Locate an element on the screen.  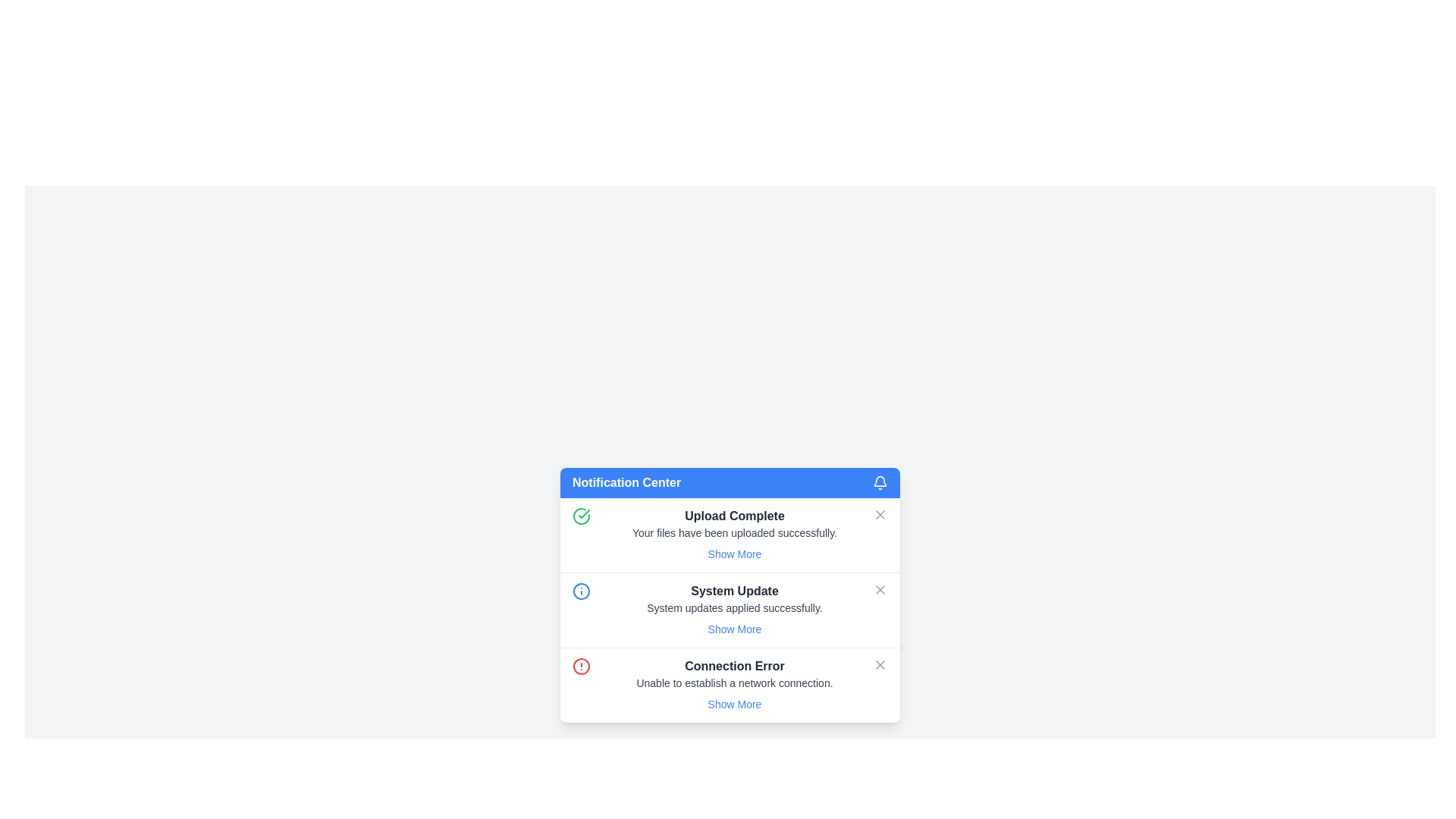
the dismiss button located at the top-right corner of the 'System Update' notification to change its color is located at coordinates (880, 589).